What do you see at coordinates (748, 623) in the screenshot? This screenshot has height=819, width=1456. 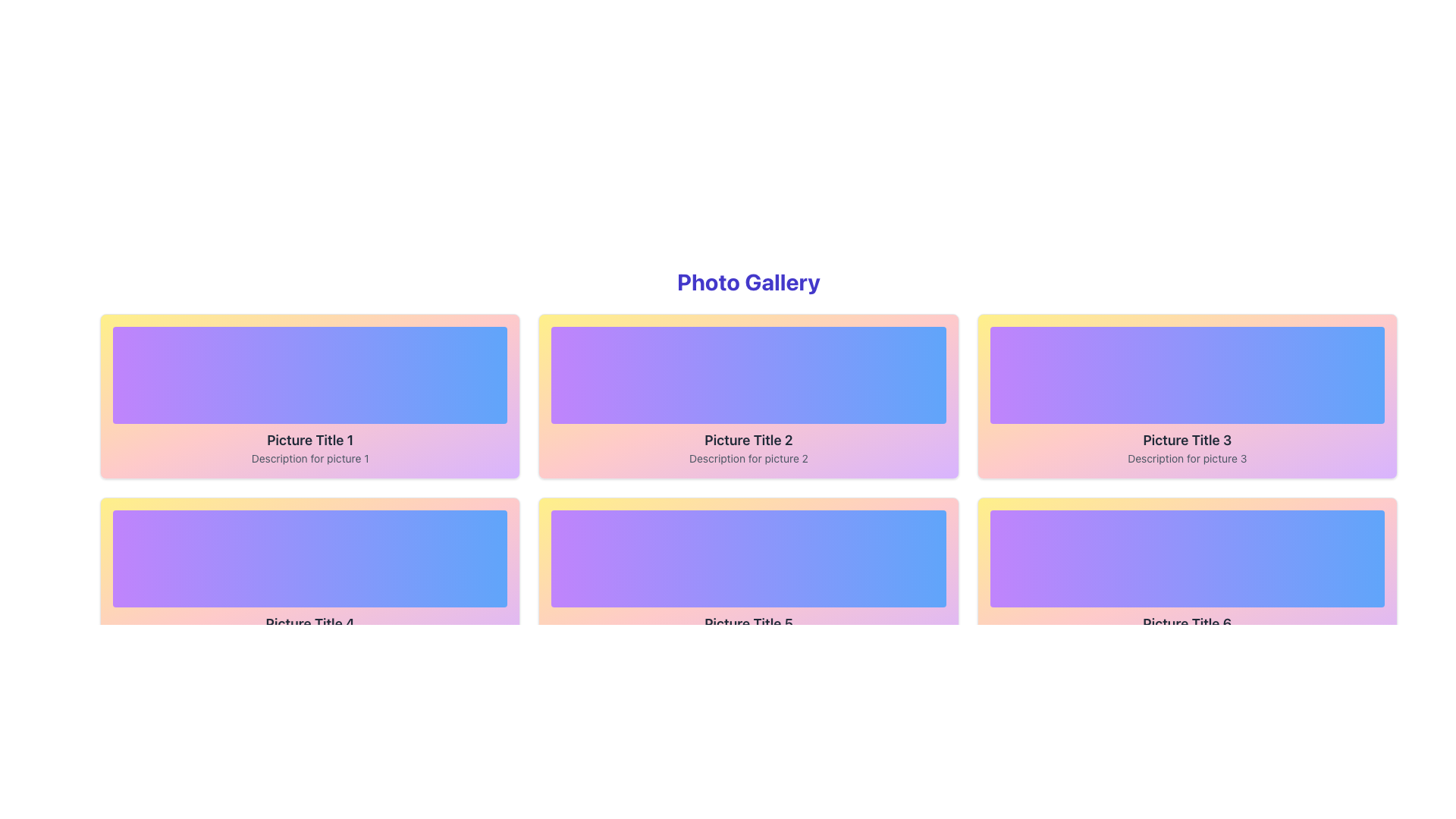 I see `the Text Label that serves as a title for the content of its card, located at the bottom center of the card in the bottom row, second column of the grid layout` at bounding box center [748, 623].